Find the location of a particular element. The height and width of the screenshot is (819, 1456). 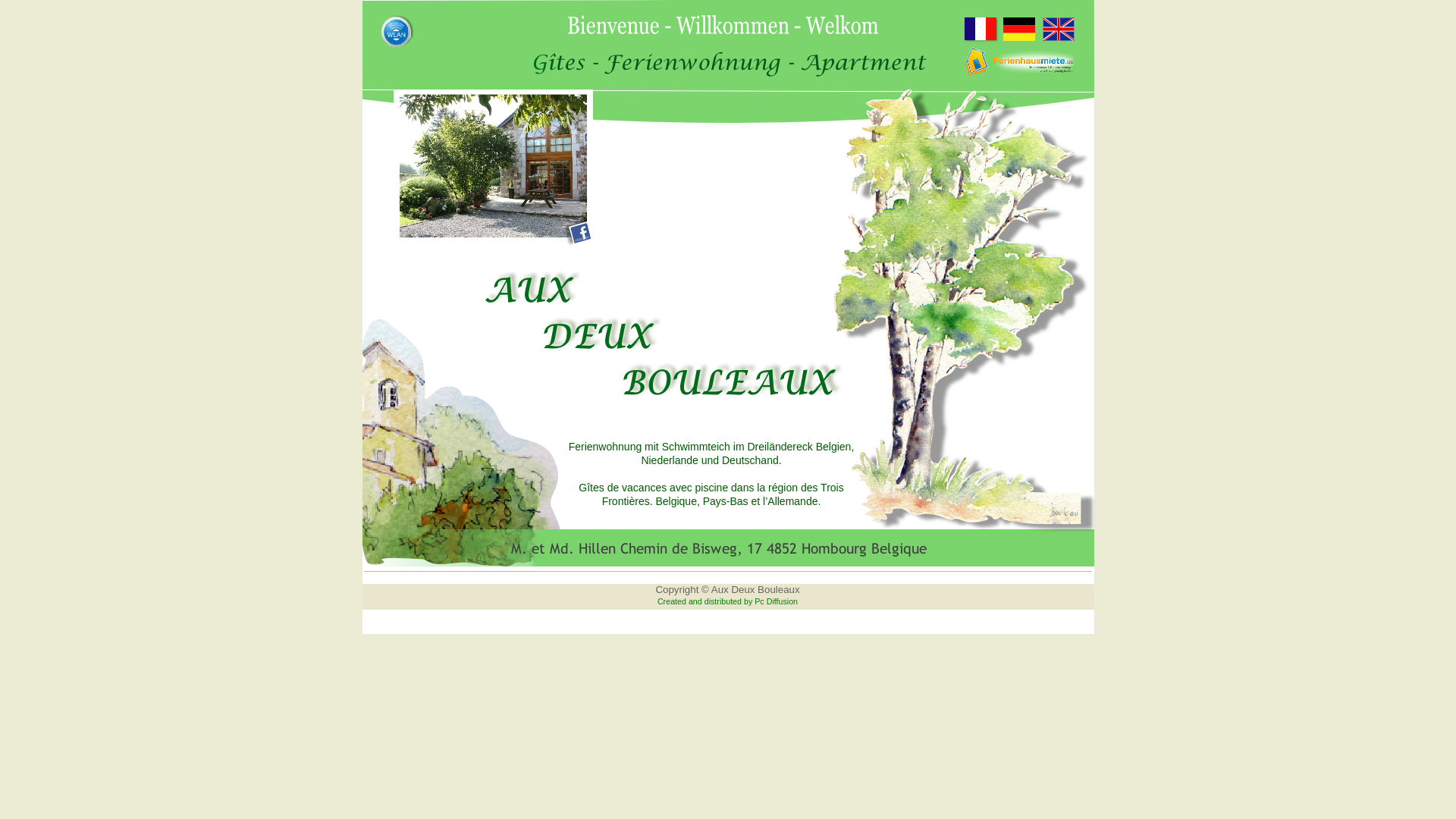

'Created and distributed by Pc Diffusion' is located at coordinates (726, 601).